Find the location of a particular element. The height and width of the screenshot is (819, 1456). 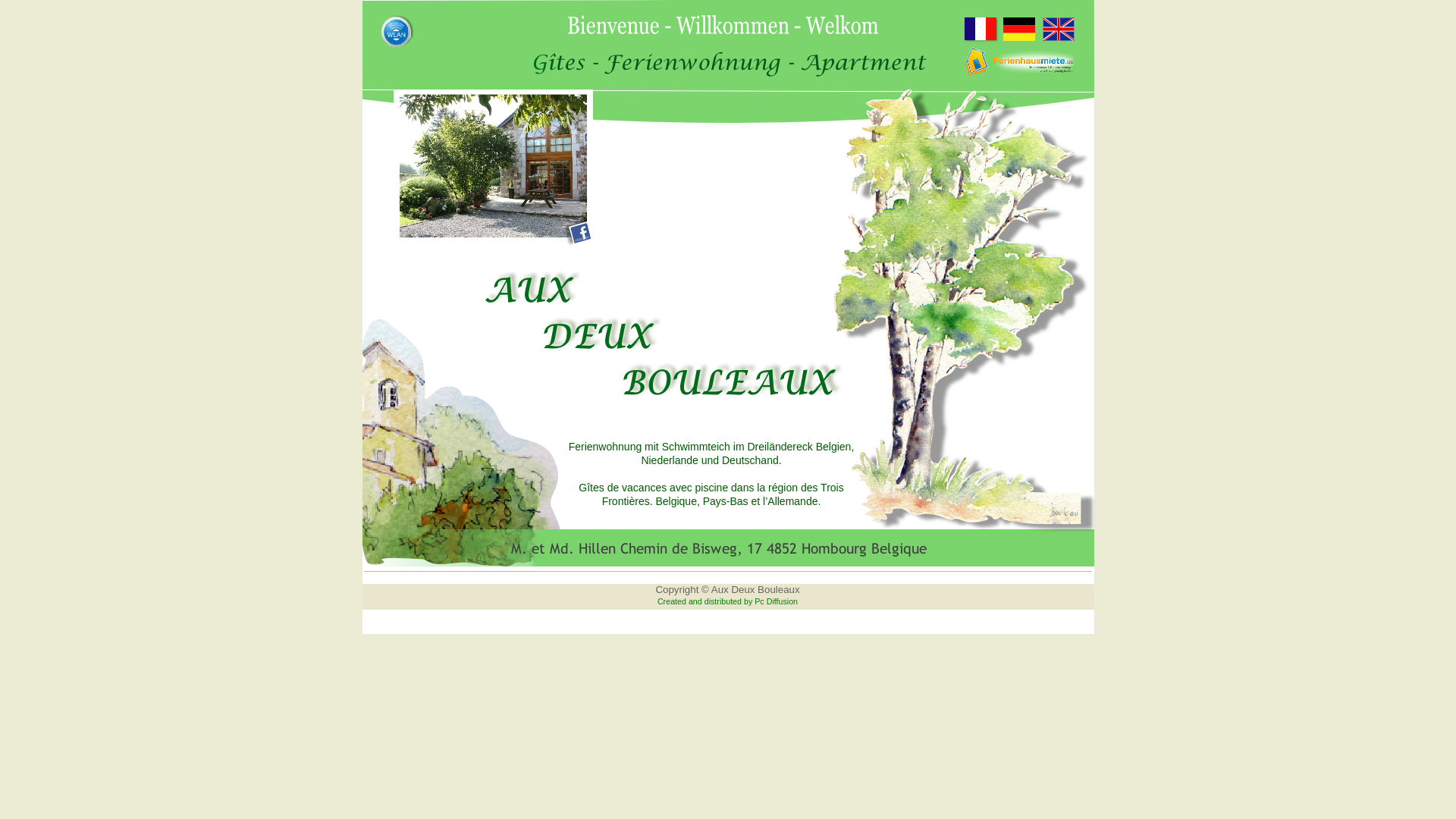

'Created and distributed by Pc Diffusion' is located at coordinates (726, 601).